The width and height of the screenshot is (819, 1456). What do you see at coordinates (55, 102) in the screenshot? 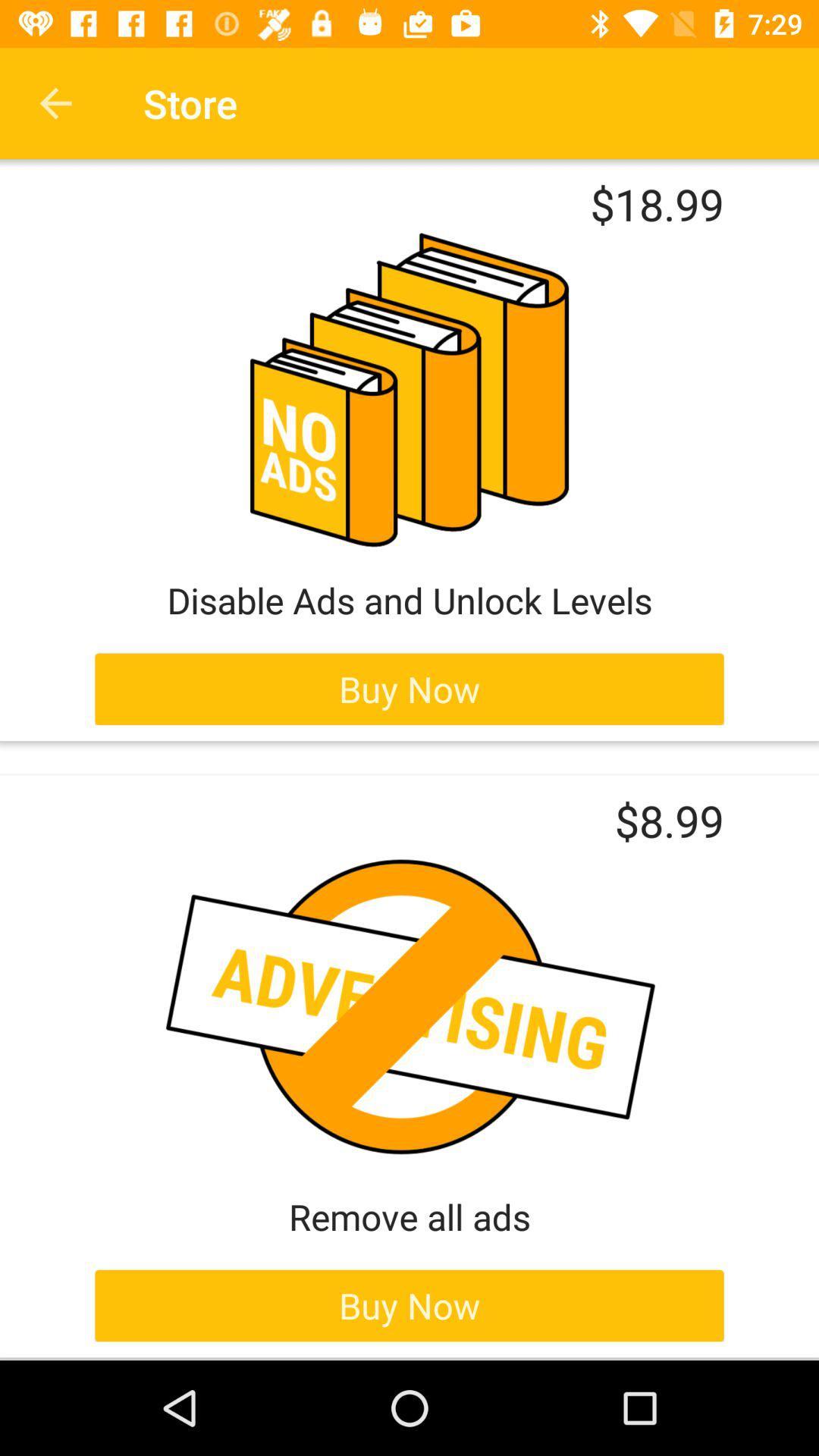
I see `the item next to the store icon` at bounding box center [55, 102].